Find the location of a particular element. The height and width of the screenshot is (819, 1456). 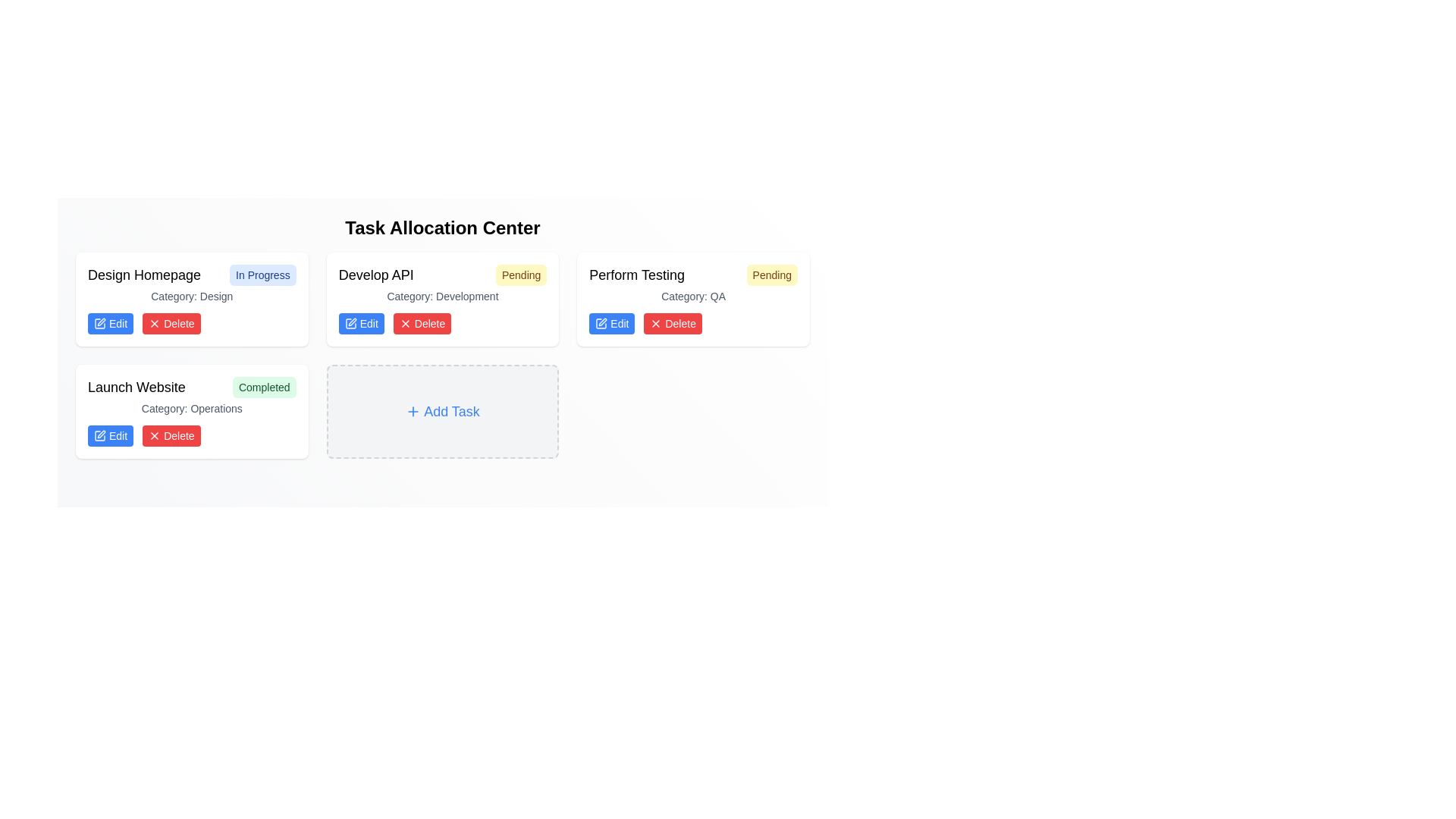

the edit icon located within the 'Edit' button on the 'Perform Testing' card, which visually represents the action of editing the associated task is located at coordinates (601, 323).